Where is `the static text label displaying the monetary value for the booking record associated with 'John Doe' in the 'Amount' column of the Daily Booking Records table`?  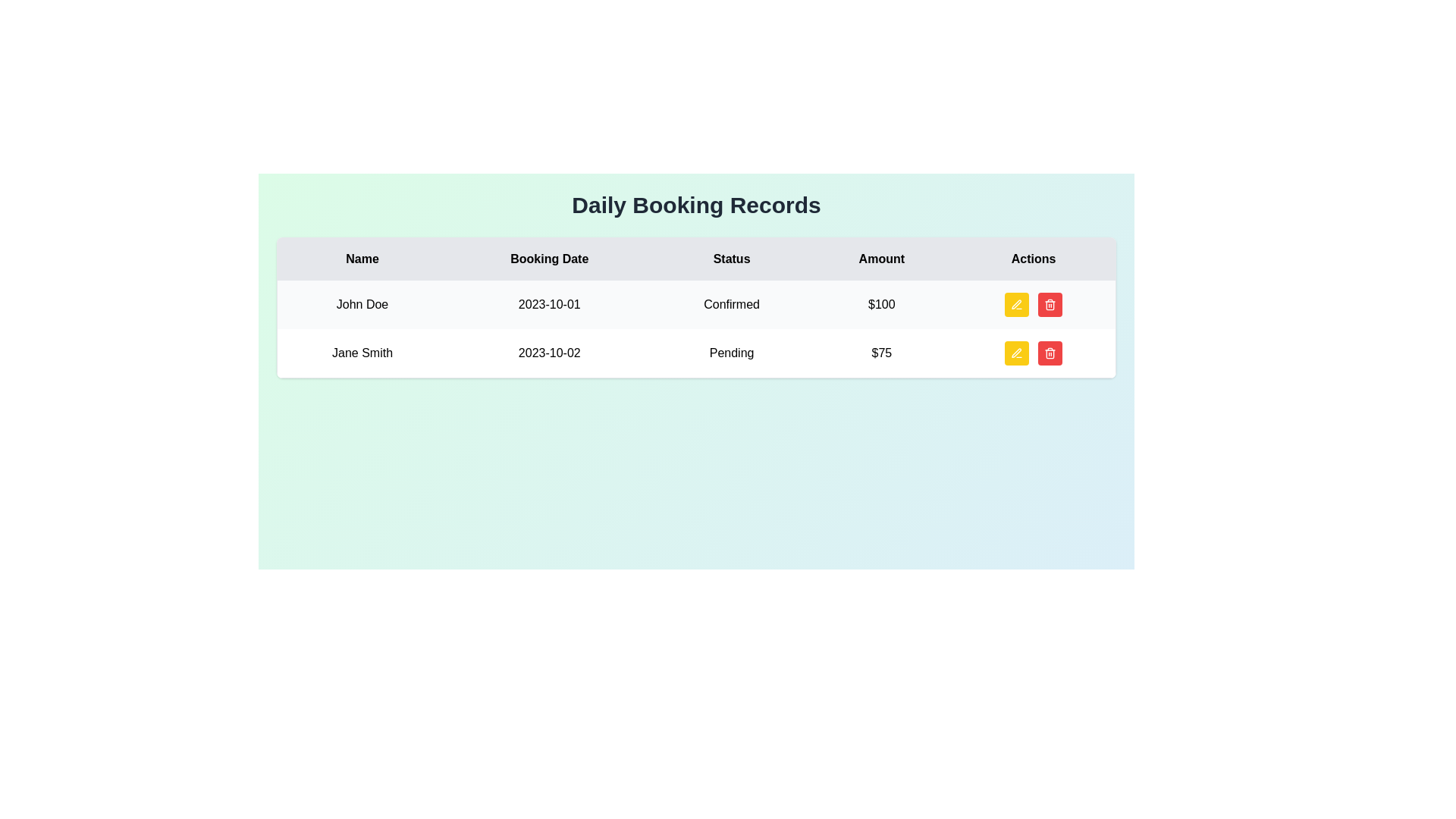 the static text label displaying the monetary value for the booking record associated with 'John Doe' in the 'Amount' column of the Daily Booking Records table is located at coordinates (881, 304).